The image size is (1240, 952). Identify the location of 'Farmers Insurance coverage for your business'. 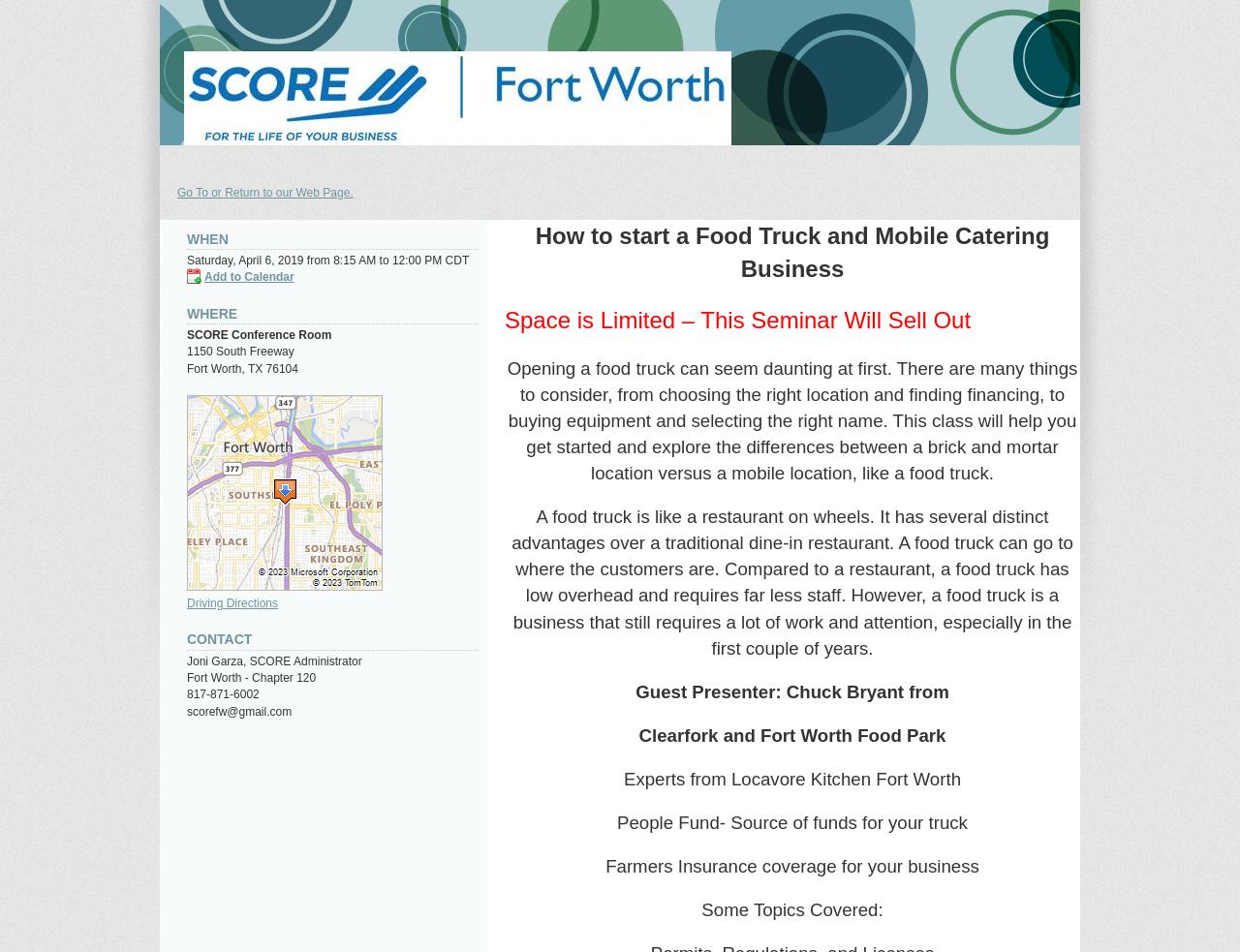
(604, 865).